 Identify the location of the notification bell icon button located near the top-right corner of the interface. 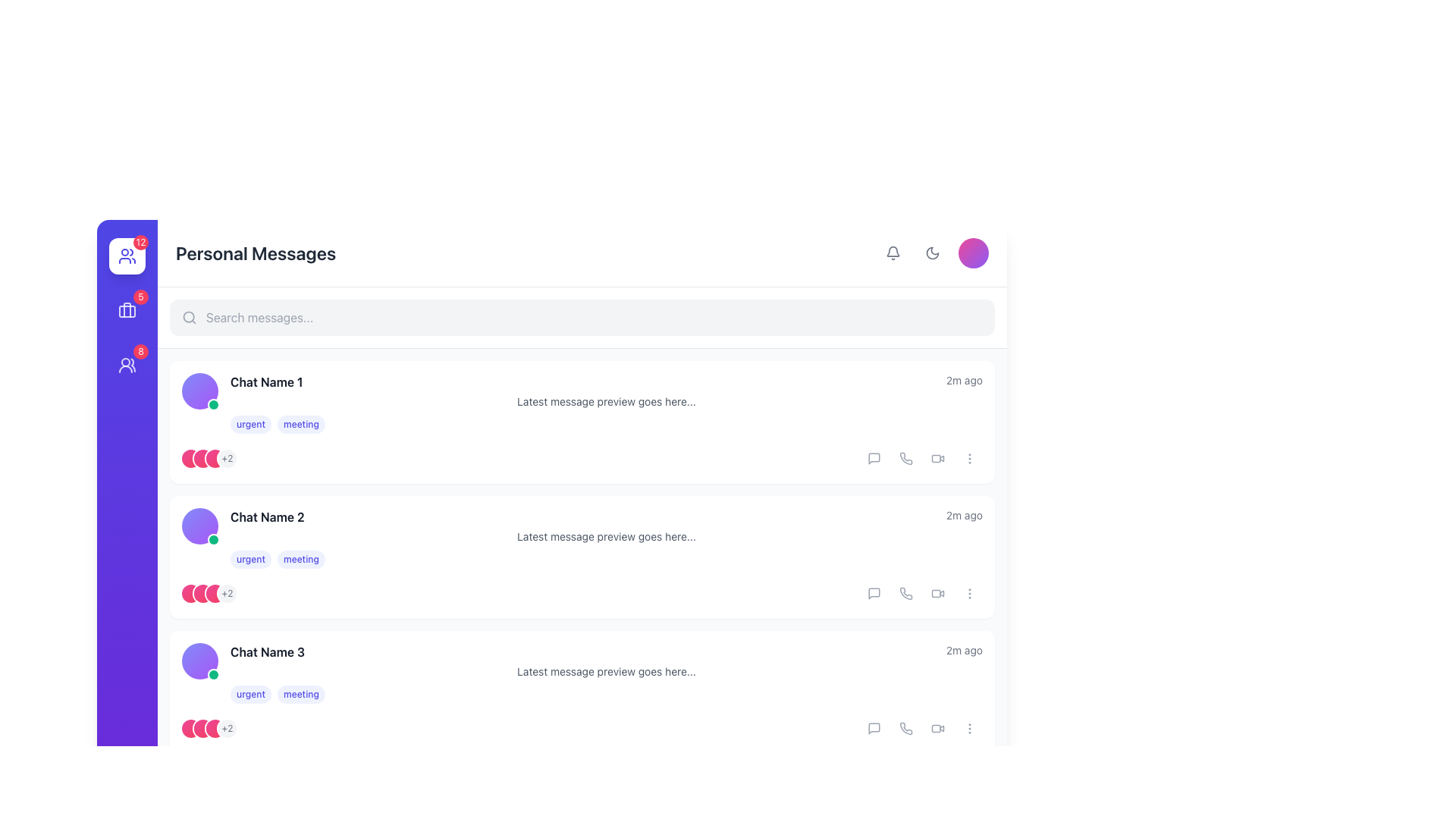
(893, 253).